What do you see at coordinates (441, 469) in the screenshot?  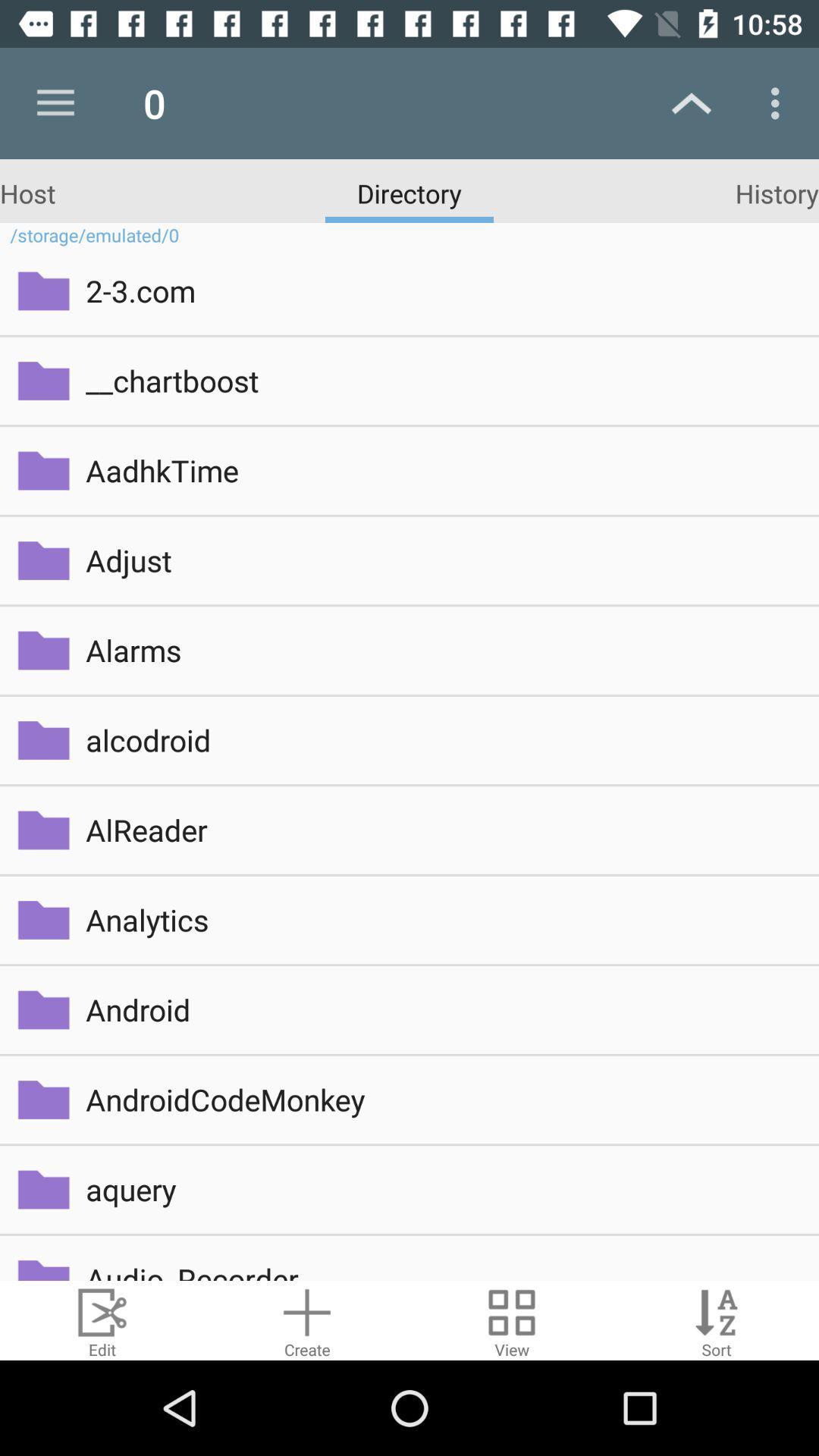 I see `aadhktime item` at bounding box center [441, 469].